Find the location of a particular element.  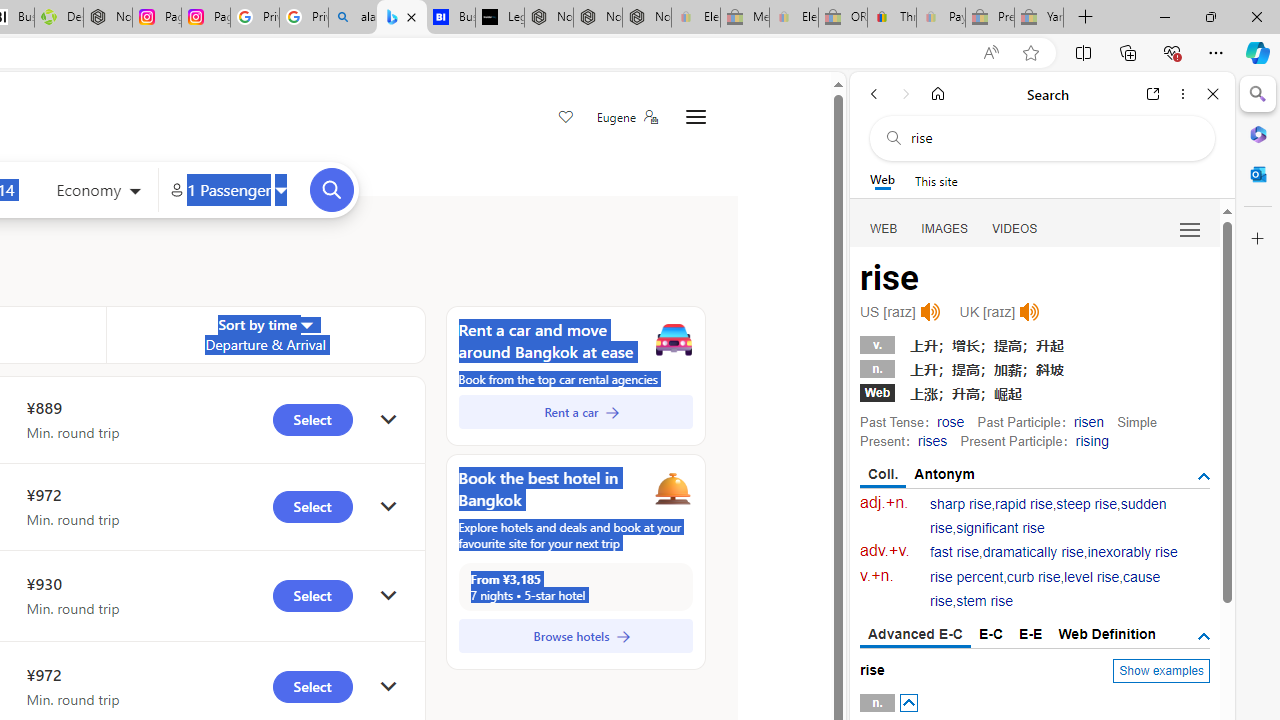

'Antonym' is located at coordinates (944, 474).